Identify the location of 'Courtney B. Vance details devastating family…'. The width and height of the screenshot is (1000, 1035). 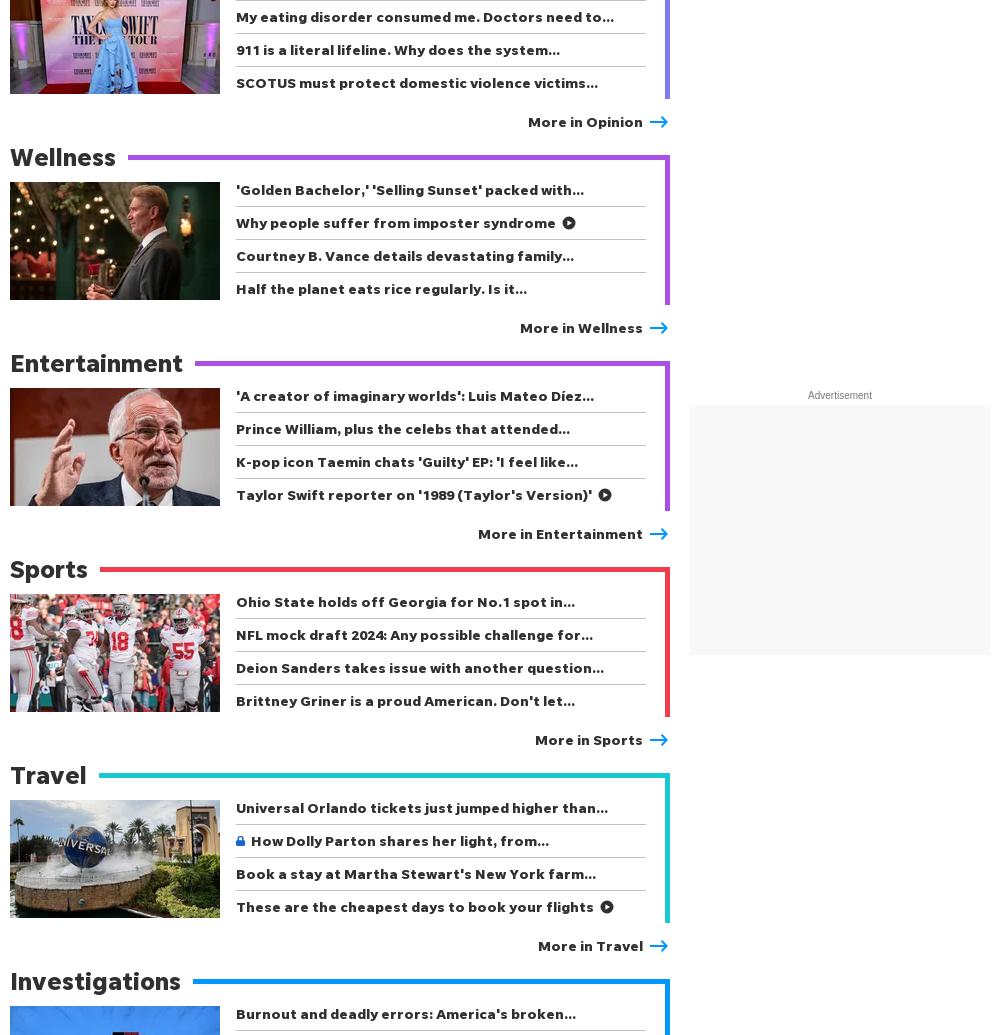
(405, 255).